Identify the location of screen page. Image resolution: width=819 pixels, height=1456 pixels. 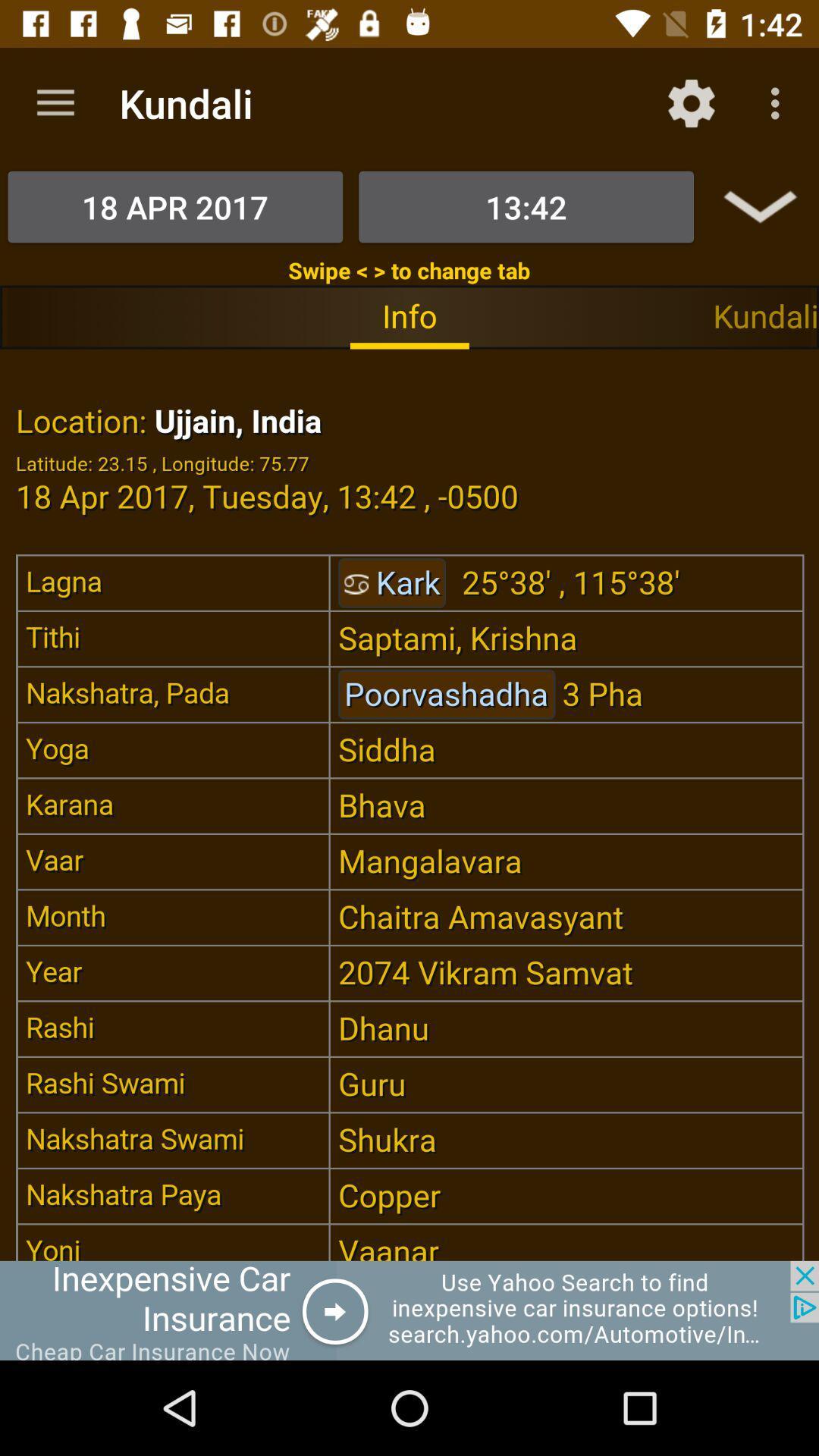
(409, 804).